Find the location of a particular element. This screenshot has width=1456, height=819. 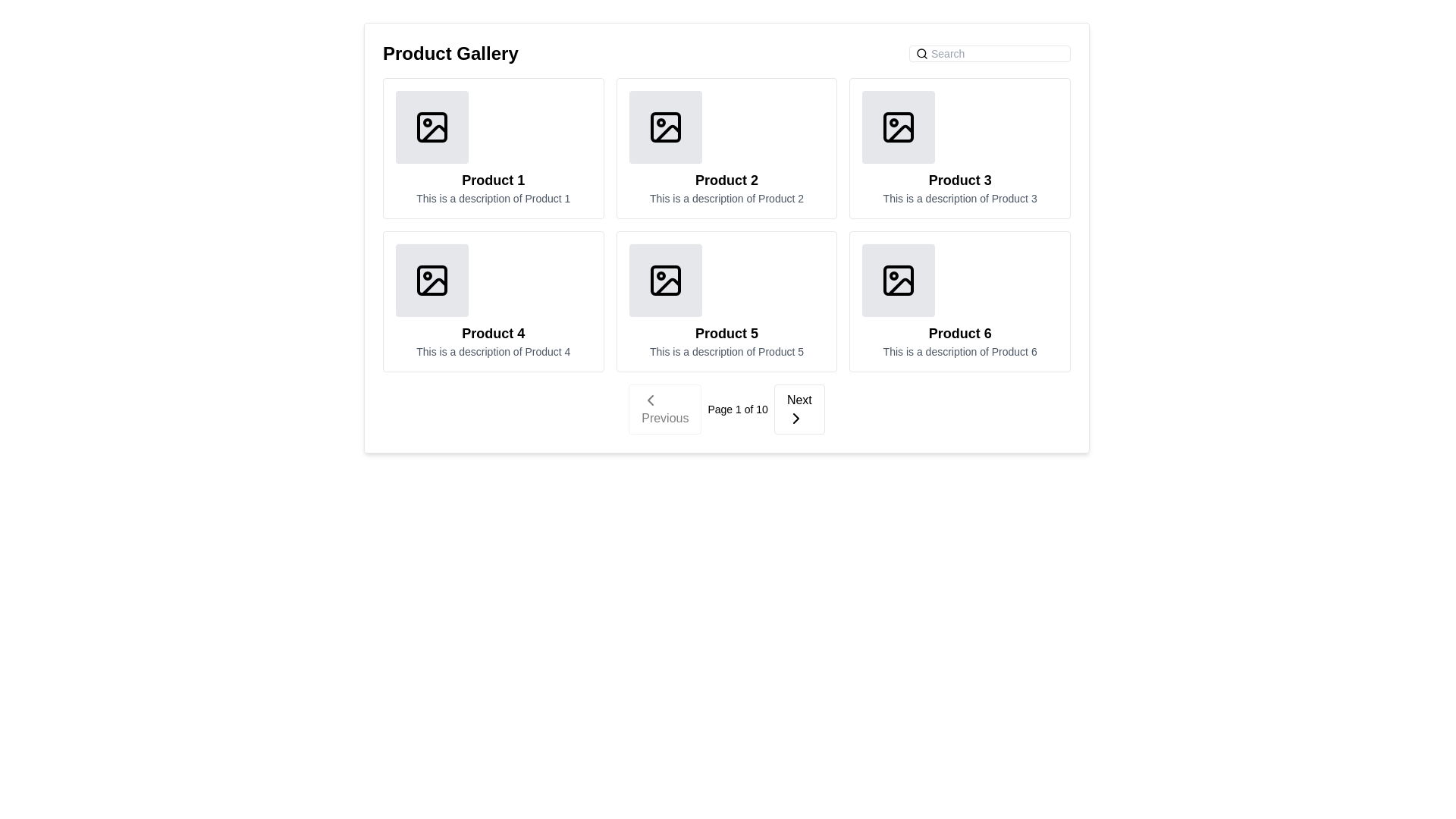

text displayed in the text block that says 'This is a description of Product 1', located below the title 'Product 1' in the first product card is located at coordinates (493, 198).